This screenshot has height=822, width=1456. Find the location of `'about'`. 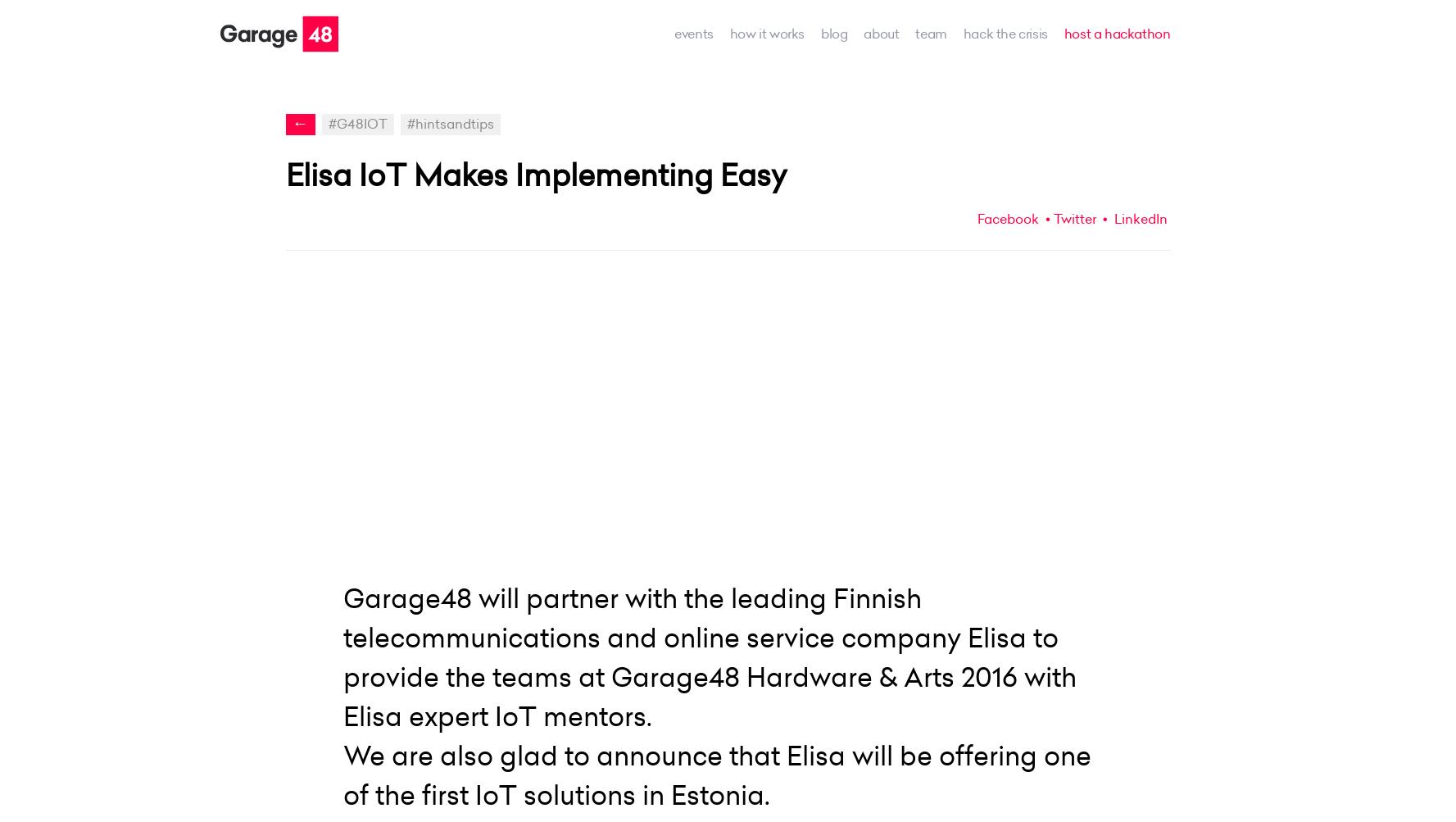

'about' is located at coordinates (881, 33).